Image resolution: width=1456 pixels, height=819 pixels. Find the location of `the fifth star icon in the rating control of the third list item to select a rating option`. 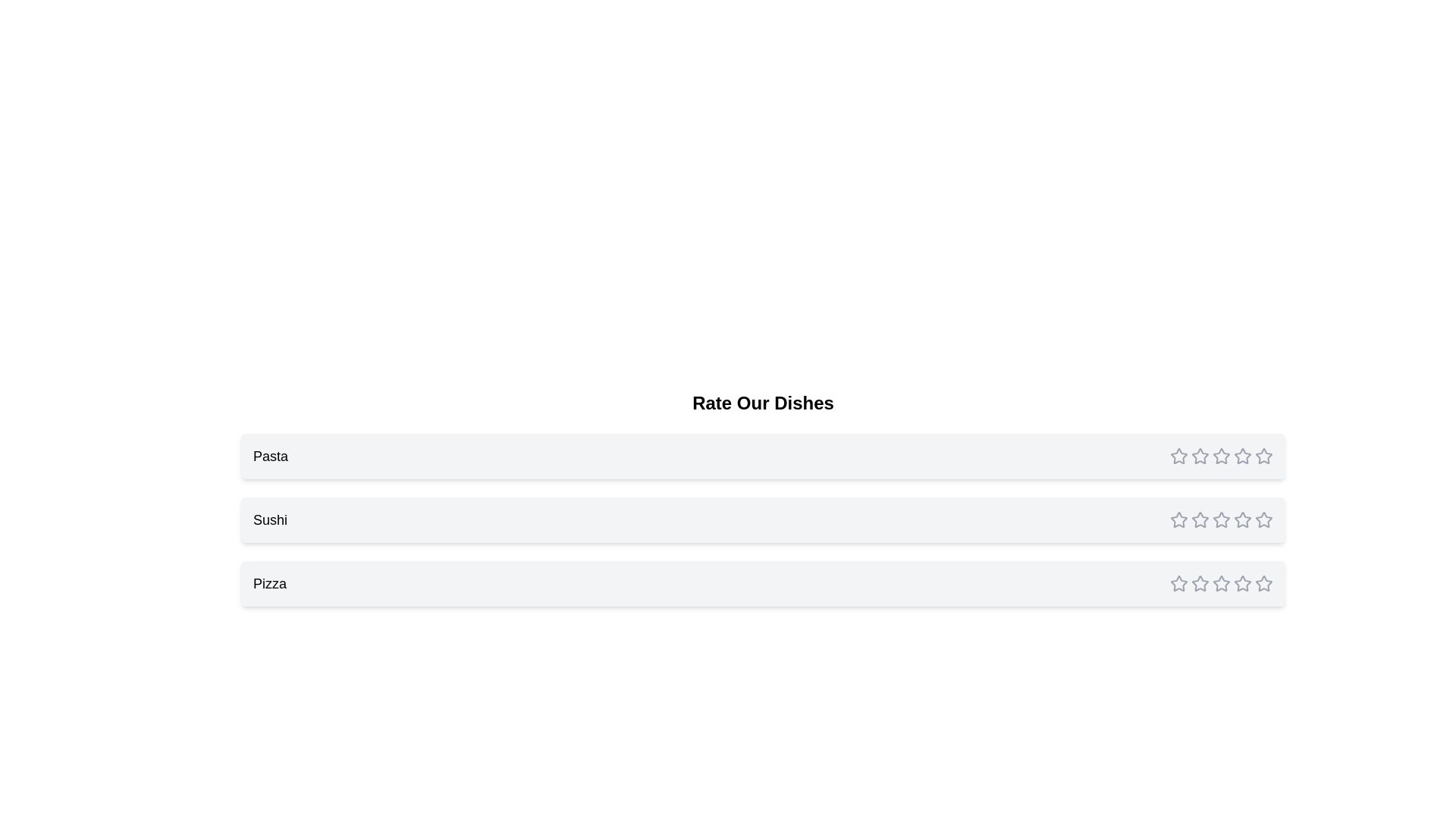

the fifth star icon in the rating control of the third list item to select a rating option is located at coordinates (1263, 583).